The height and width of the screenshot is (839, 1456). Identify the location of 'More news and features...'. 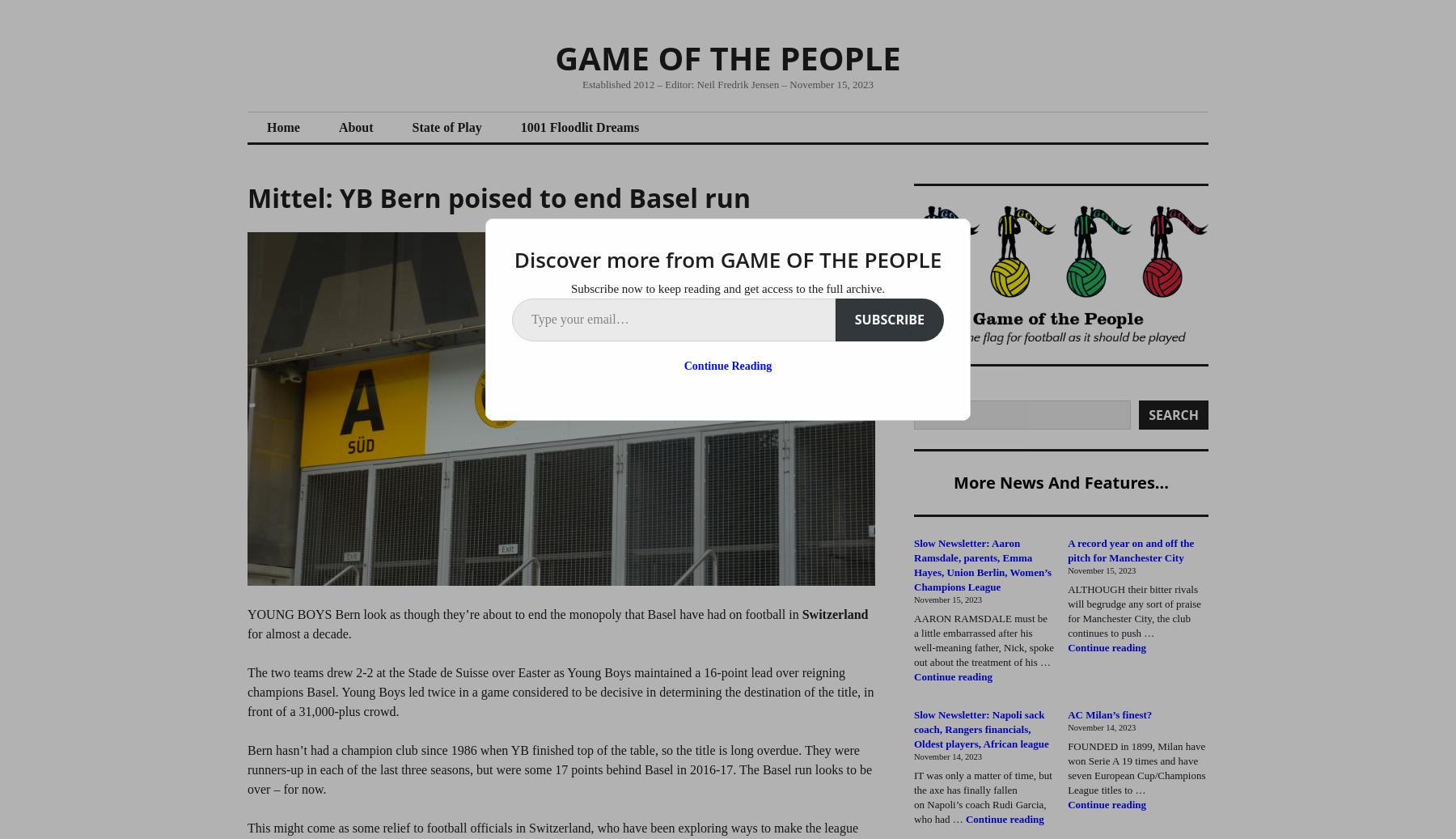
(1060, 481).